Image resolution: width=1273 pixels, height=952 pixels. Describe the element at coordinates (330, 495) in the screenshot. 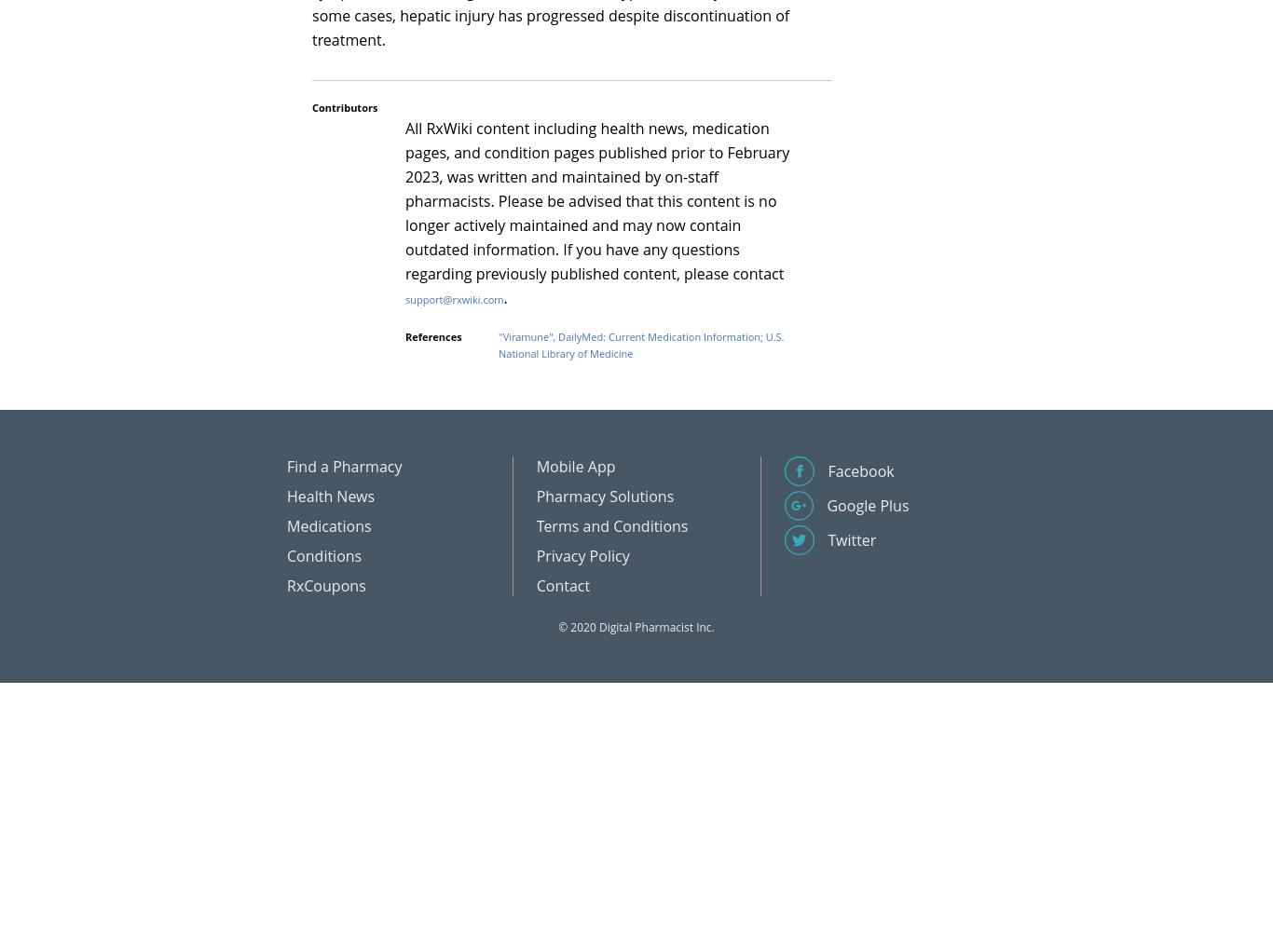

I see `'Health News'` at that location.